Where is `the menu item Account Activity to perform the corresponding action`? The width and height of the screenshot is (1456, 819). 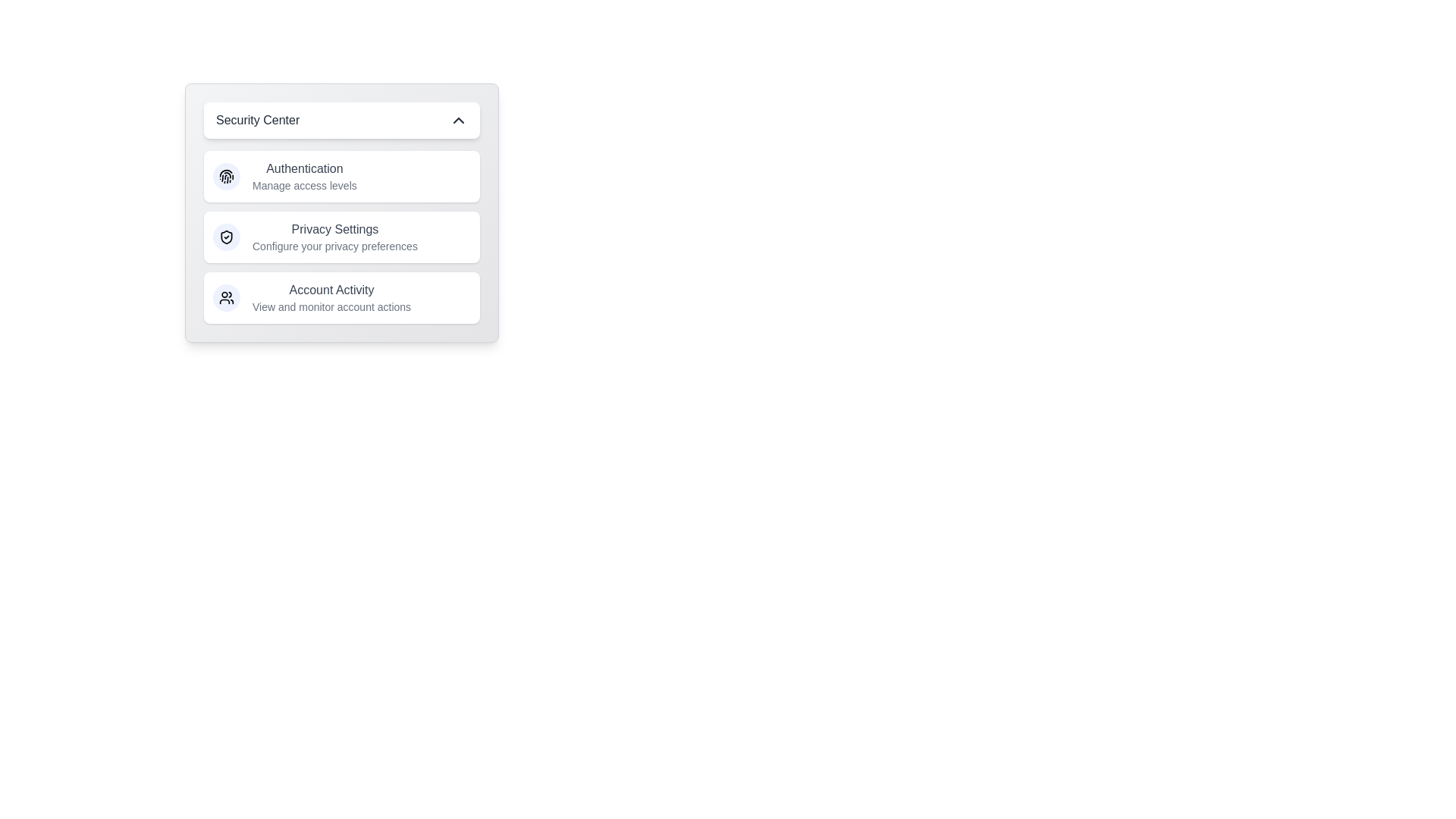 the menu item Account Activity to perform the corresponding action is located at coordinates (341, 298).